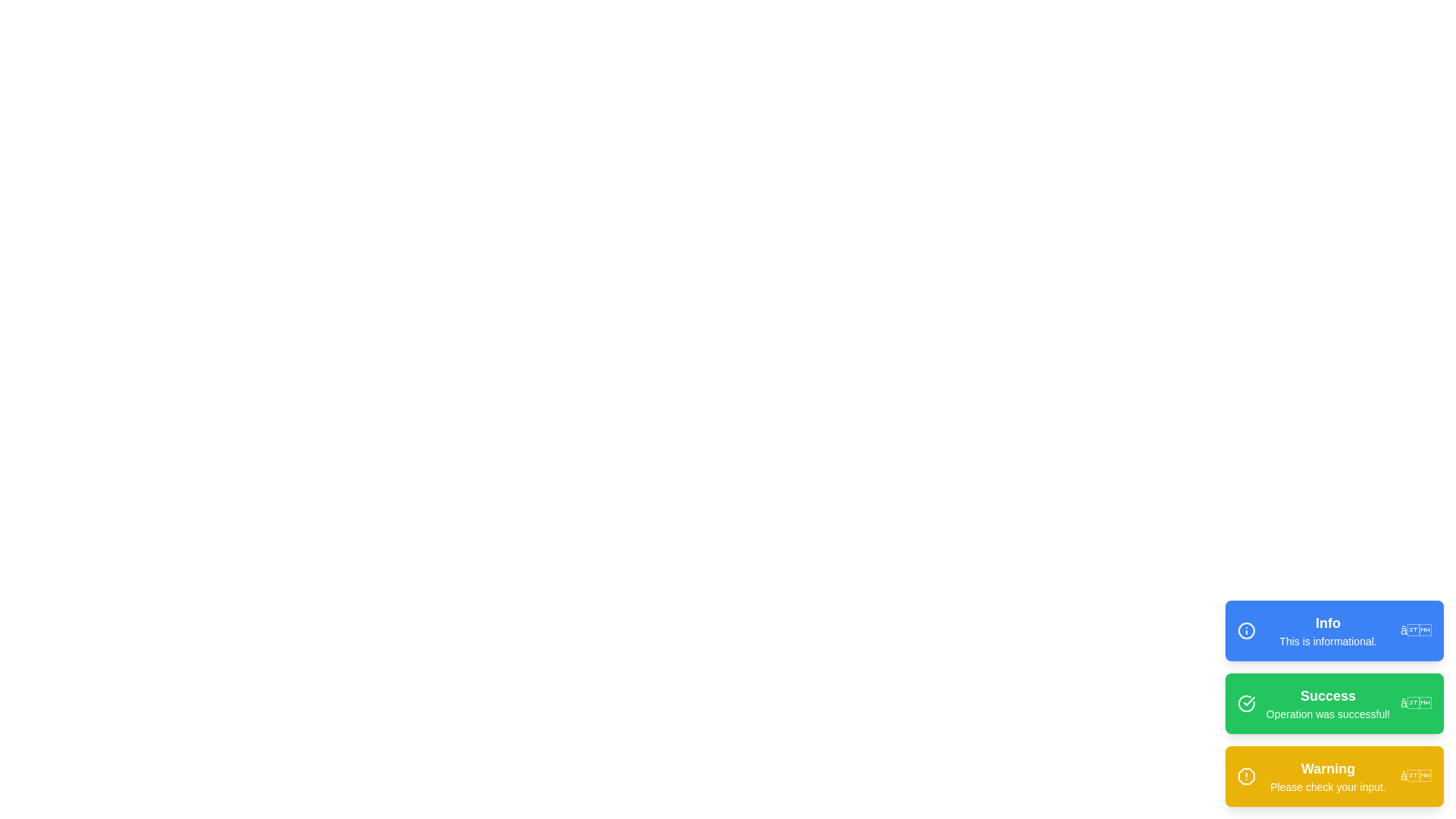  I want to click on bold 'Warning' text displayed in large font size on a yellow background within the notification box located at the bottom of the alert boxes, so click(1327, 769).